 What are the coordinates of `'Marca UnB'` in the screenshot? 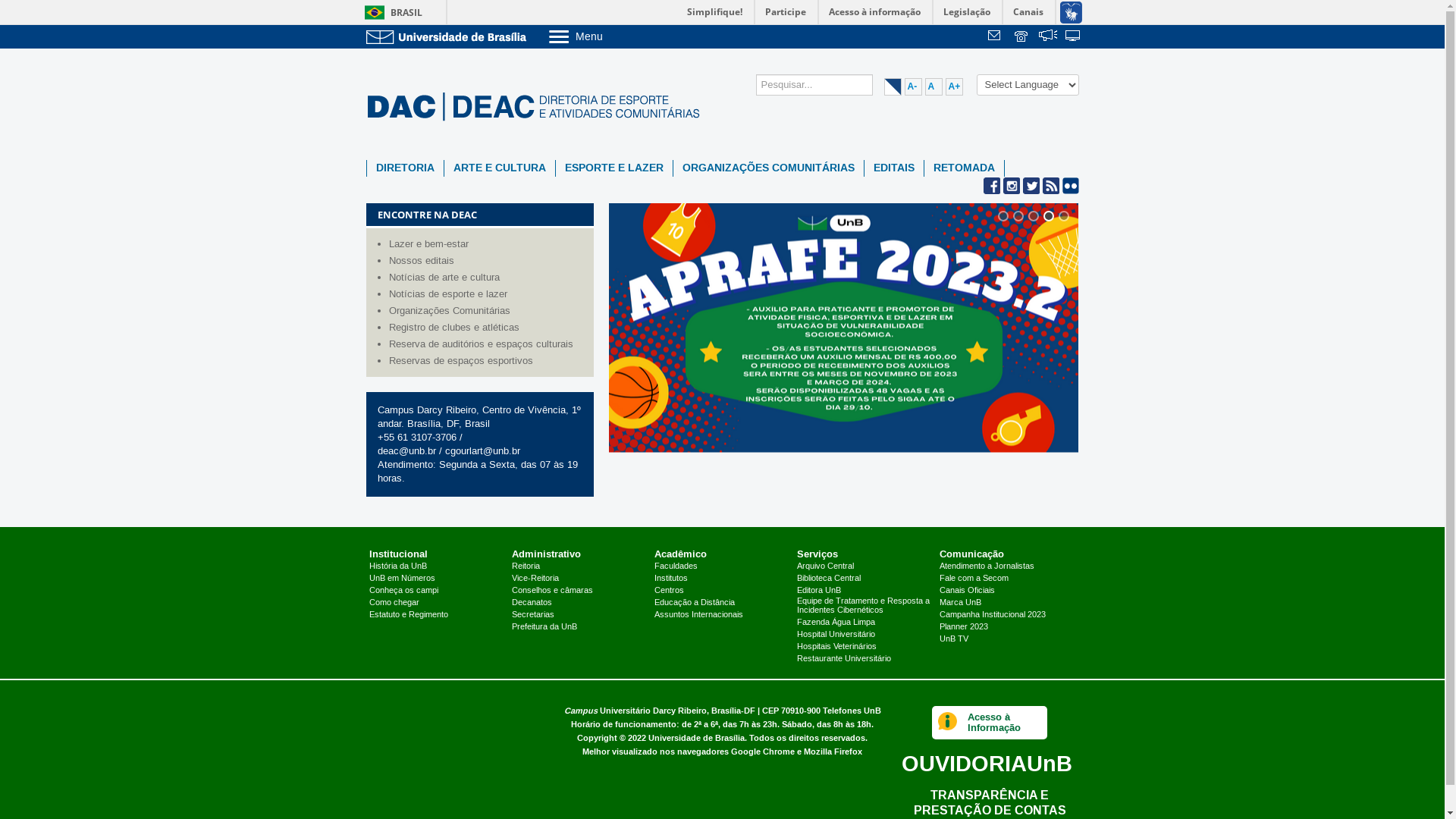 It's located at (959, 601).